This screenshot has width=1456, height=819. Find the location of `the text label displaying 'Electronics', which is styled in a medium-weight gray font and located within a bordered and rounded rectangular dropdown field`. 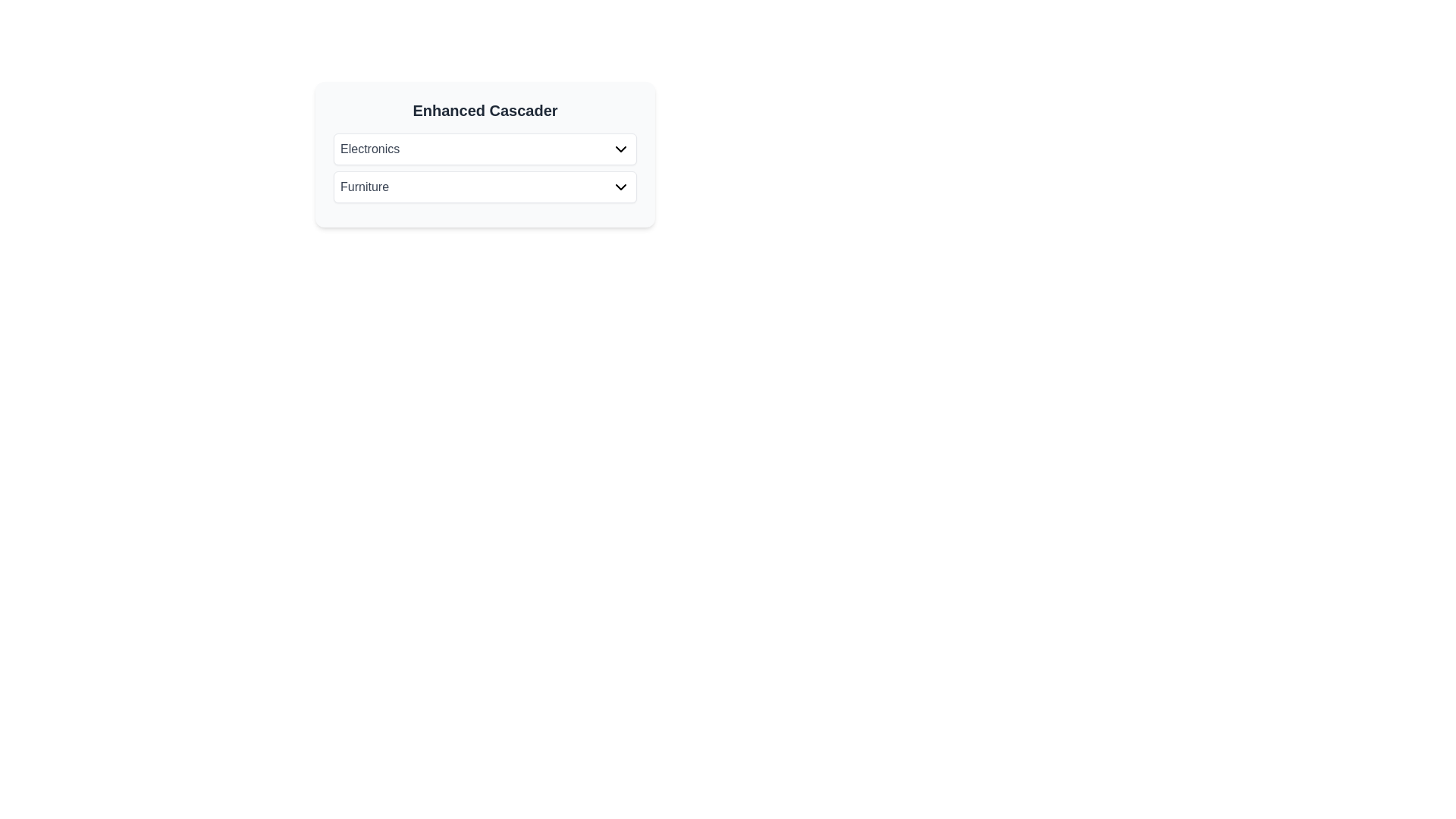

the text label displaying 'Electronics', which is styled in a medium-weight gray font and located within a bordered and rounded rectangular dropdown field is located at coordinates (370, 149).